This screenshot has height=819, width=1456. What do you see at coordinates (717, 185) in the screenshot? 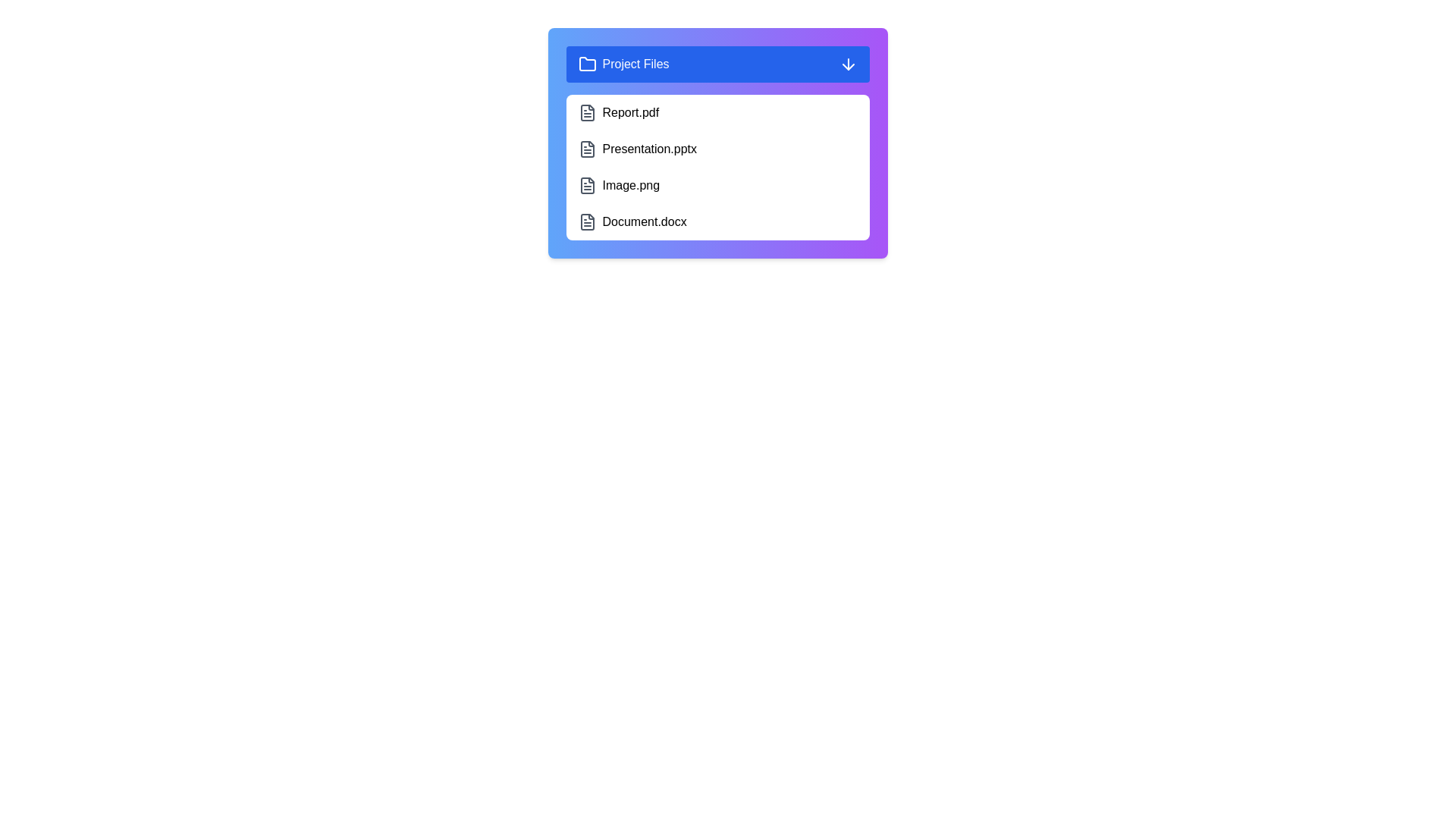
I see `the file item Image.png to observe visual feedback` at bounding box center [717, 185].